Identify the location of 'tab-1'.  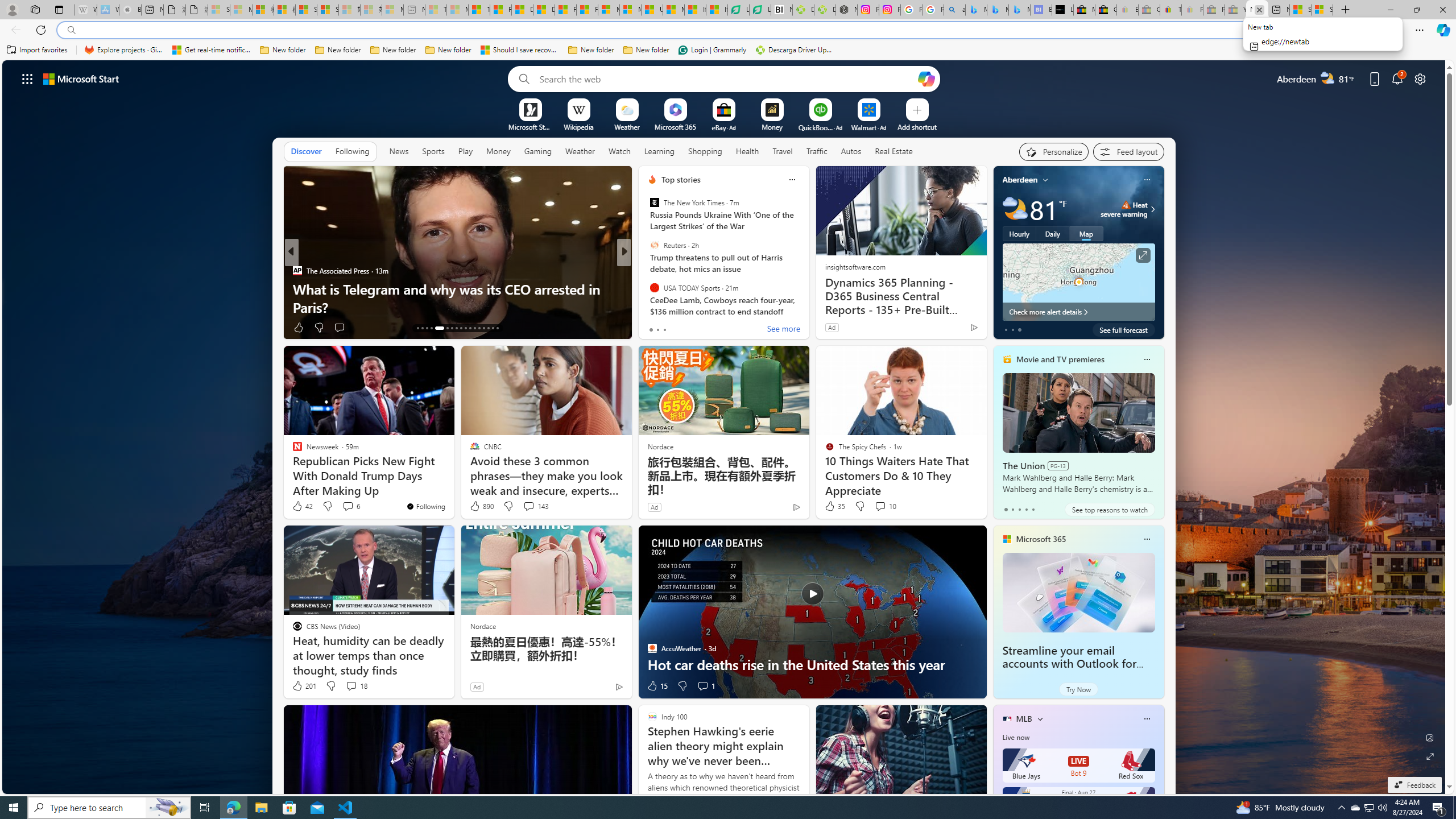
(1012, 509).